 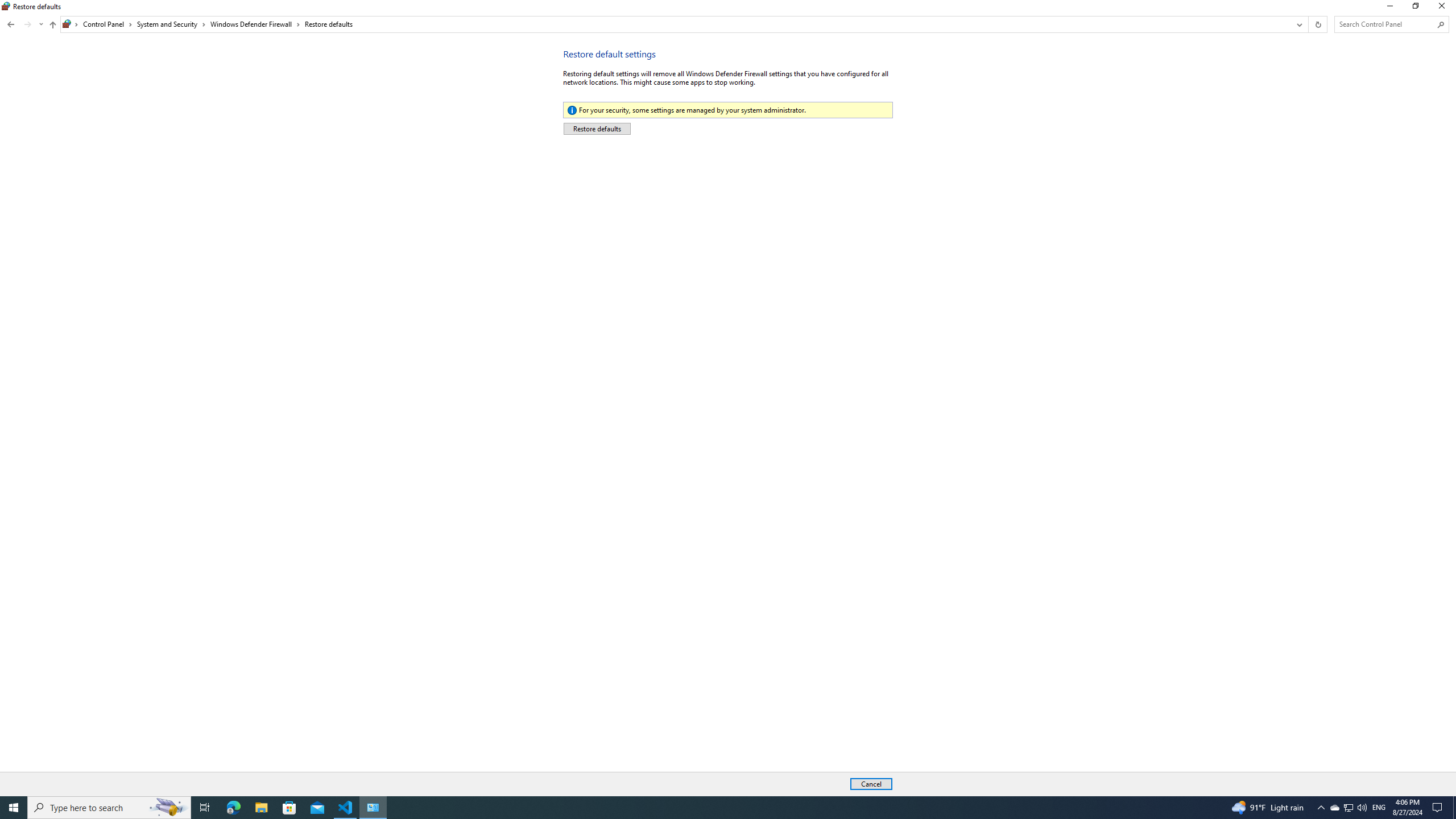 What do you see at coordinates (1361, 806) in the screenshot?
I see `'Q2790: 100%'` at bounding box center [1361, 806].